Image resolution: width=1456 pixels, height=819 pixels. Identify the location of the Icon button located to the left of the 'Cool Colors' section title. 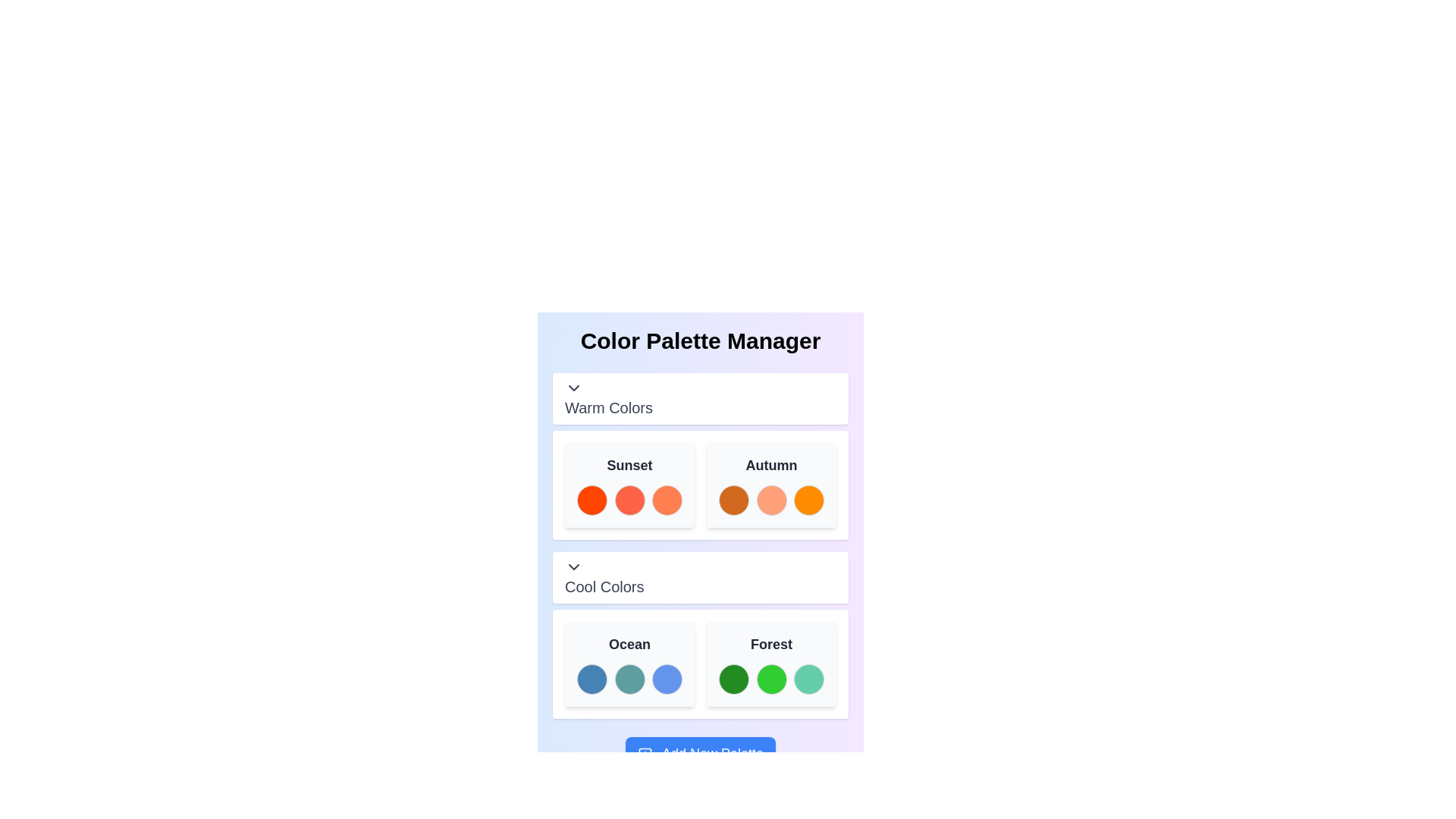
(573, 567).